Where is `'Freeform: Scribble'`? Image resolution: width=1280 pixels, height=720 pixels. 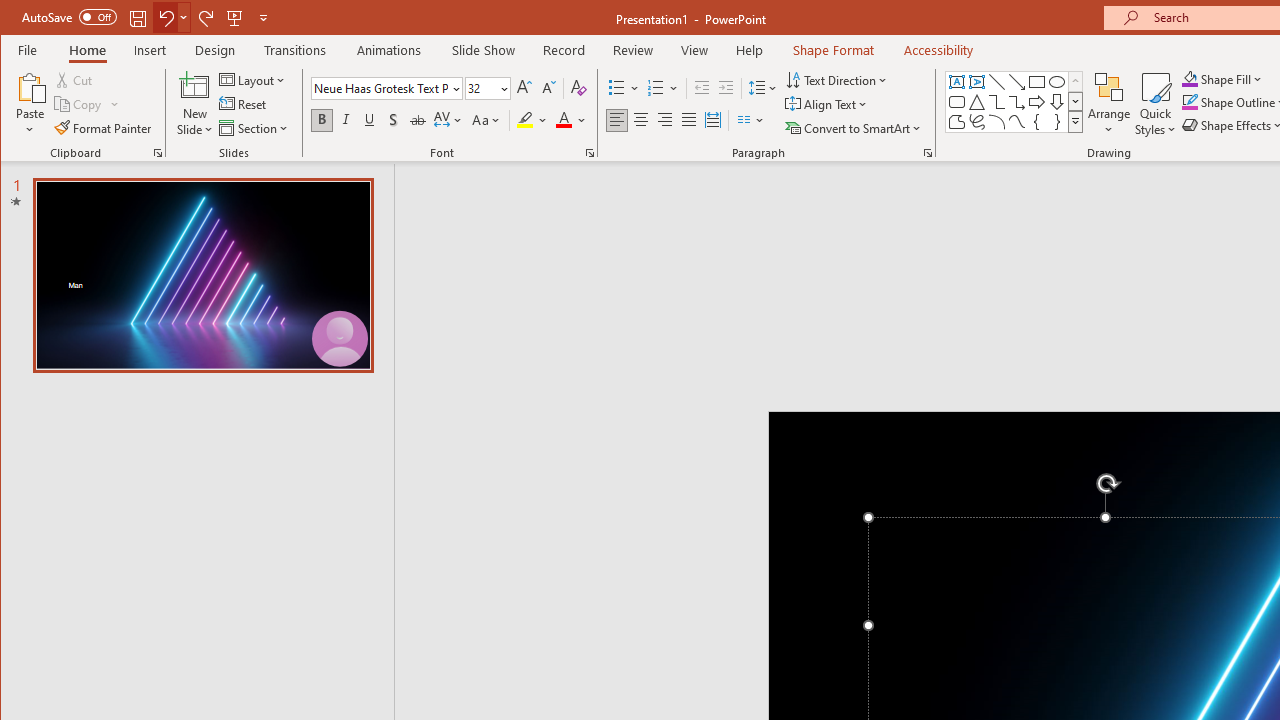
'Freeform: Scribble' is located at coordinates (976, 122).